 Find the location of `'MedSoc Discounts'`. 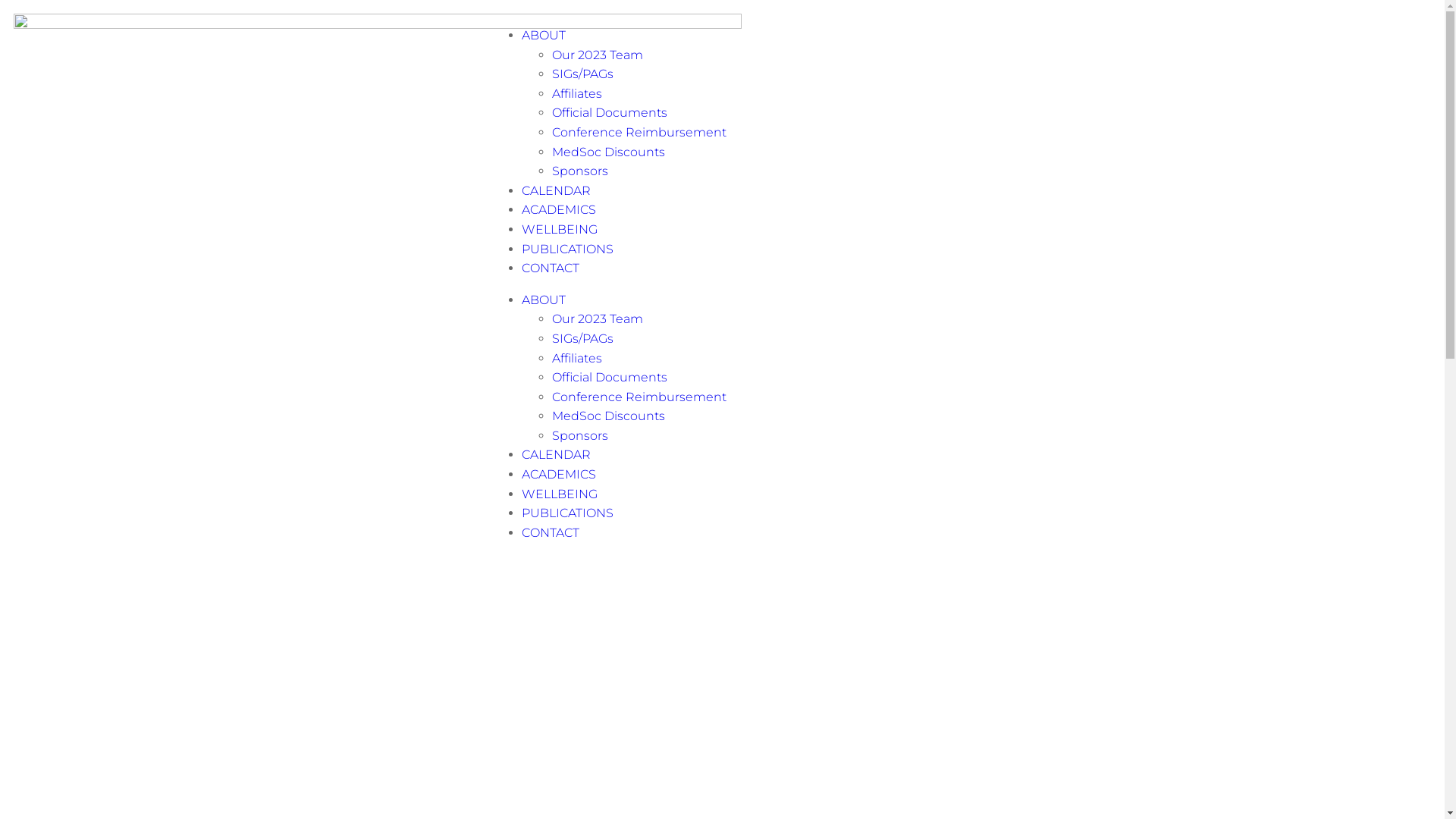

'MedSoc Discounts' is located at coordinates (608, 416).